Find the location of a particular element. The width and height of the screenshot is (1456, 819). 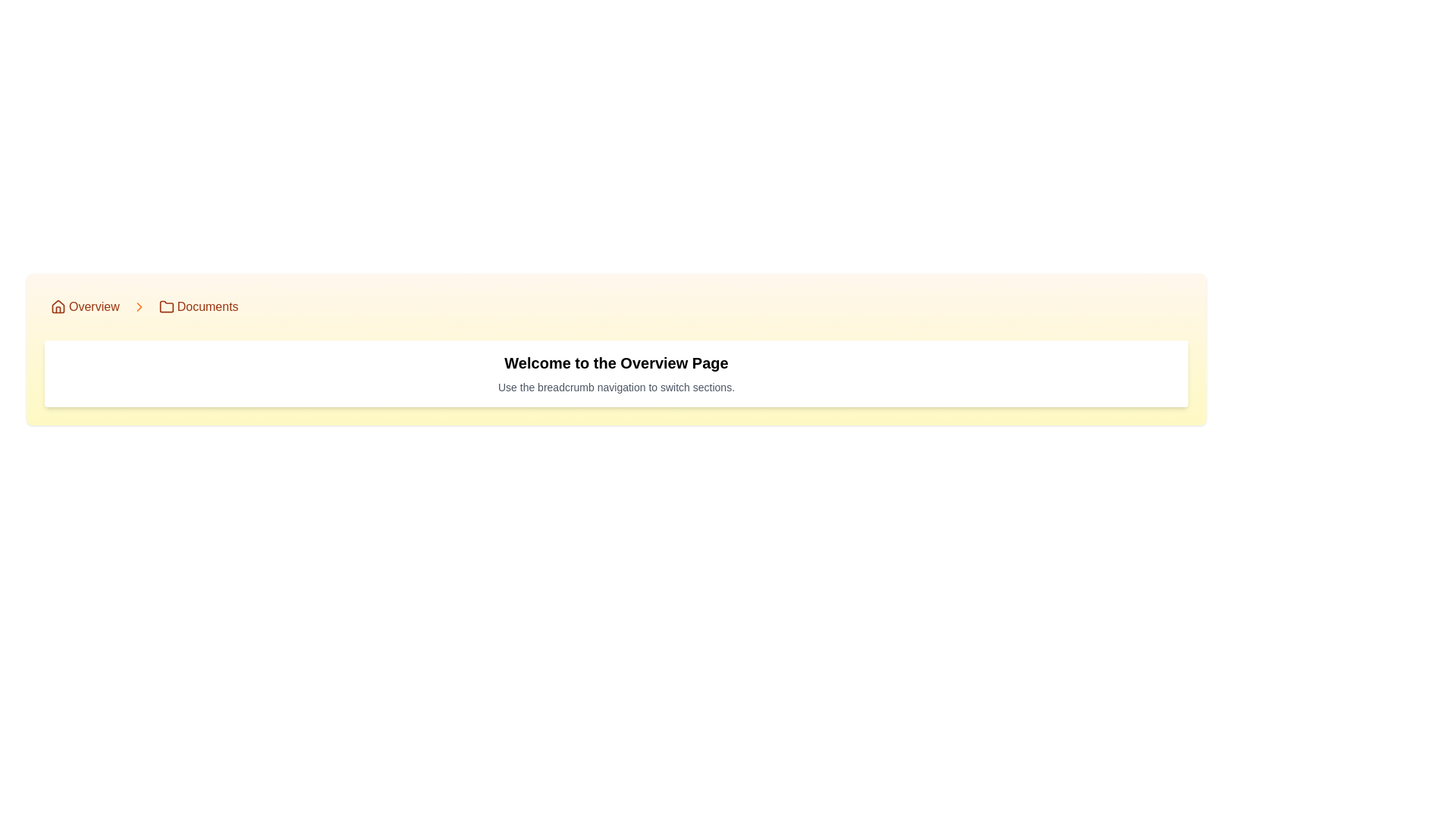

the 'Documents' icon in the breadcrumb navigation is located at coordinates (166, 306).